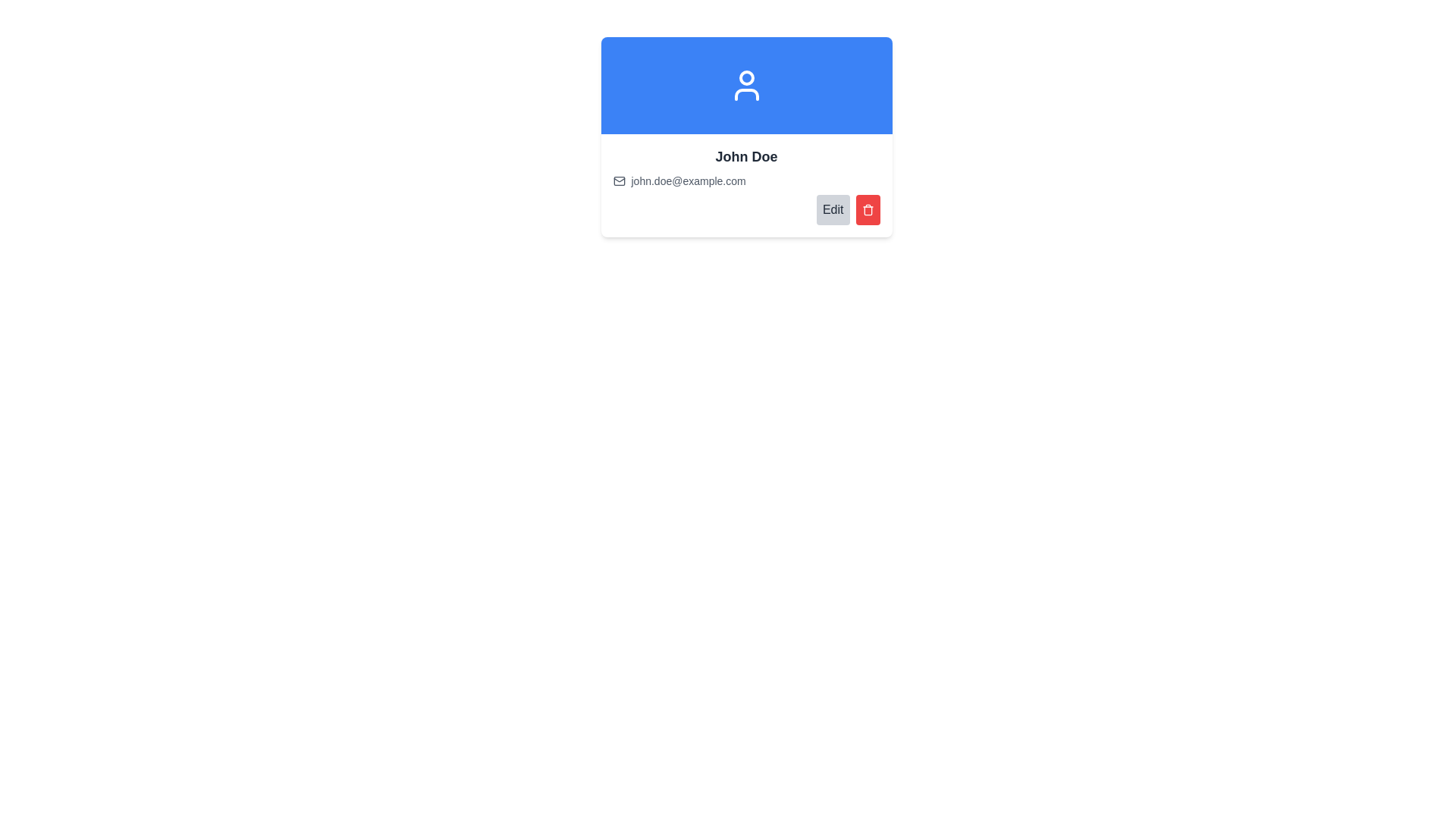 The width and height of the screenshot is (1456, 819). I want to click on the icon button, so click(868, 210).